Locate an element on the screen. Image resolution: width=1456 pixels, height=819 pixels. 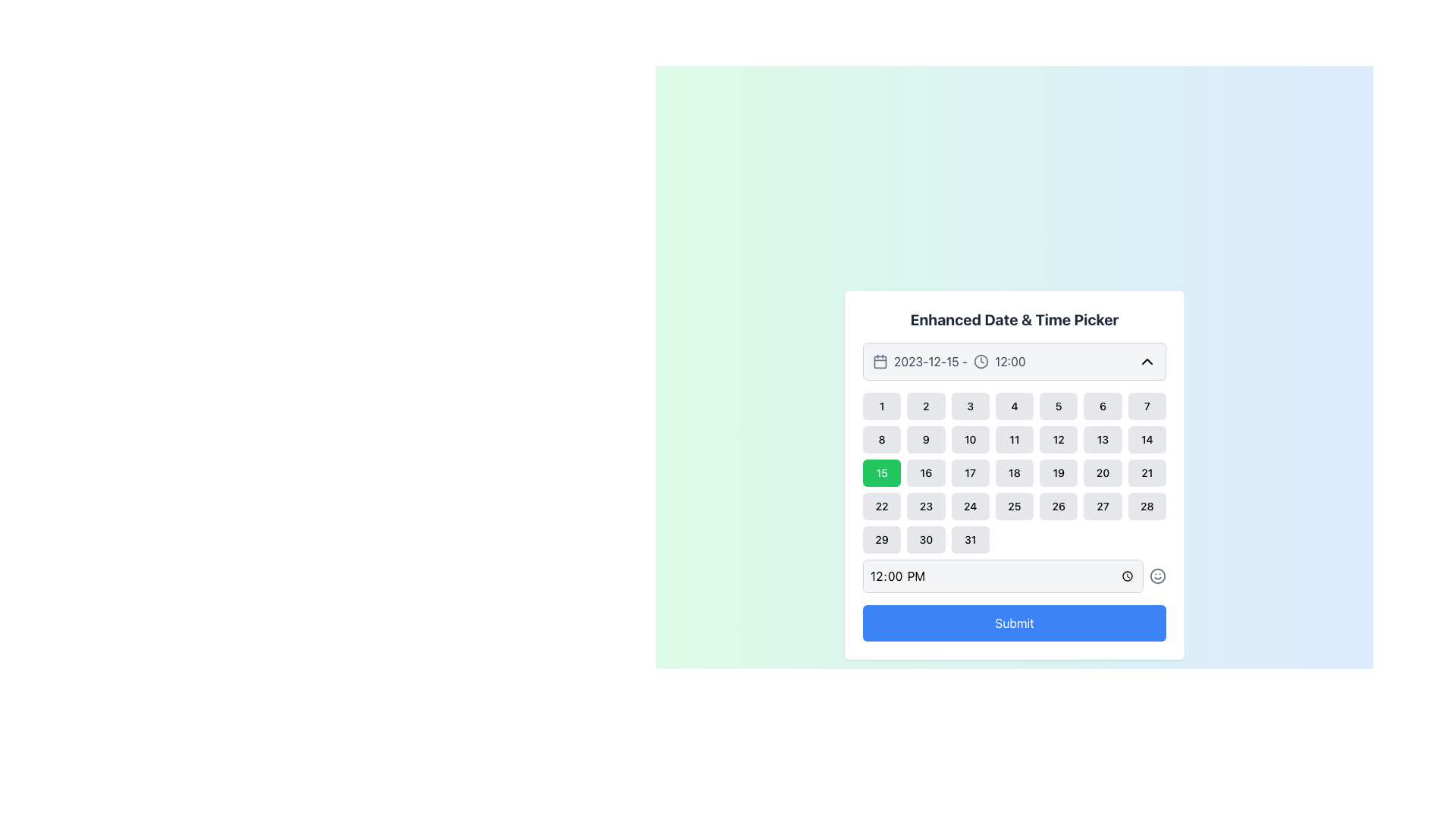
the button representing the 26th day in the calendar component of the date and time picker to trigger hover effects is located at coordinates (1058, 506).